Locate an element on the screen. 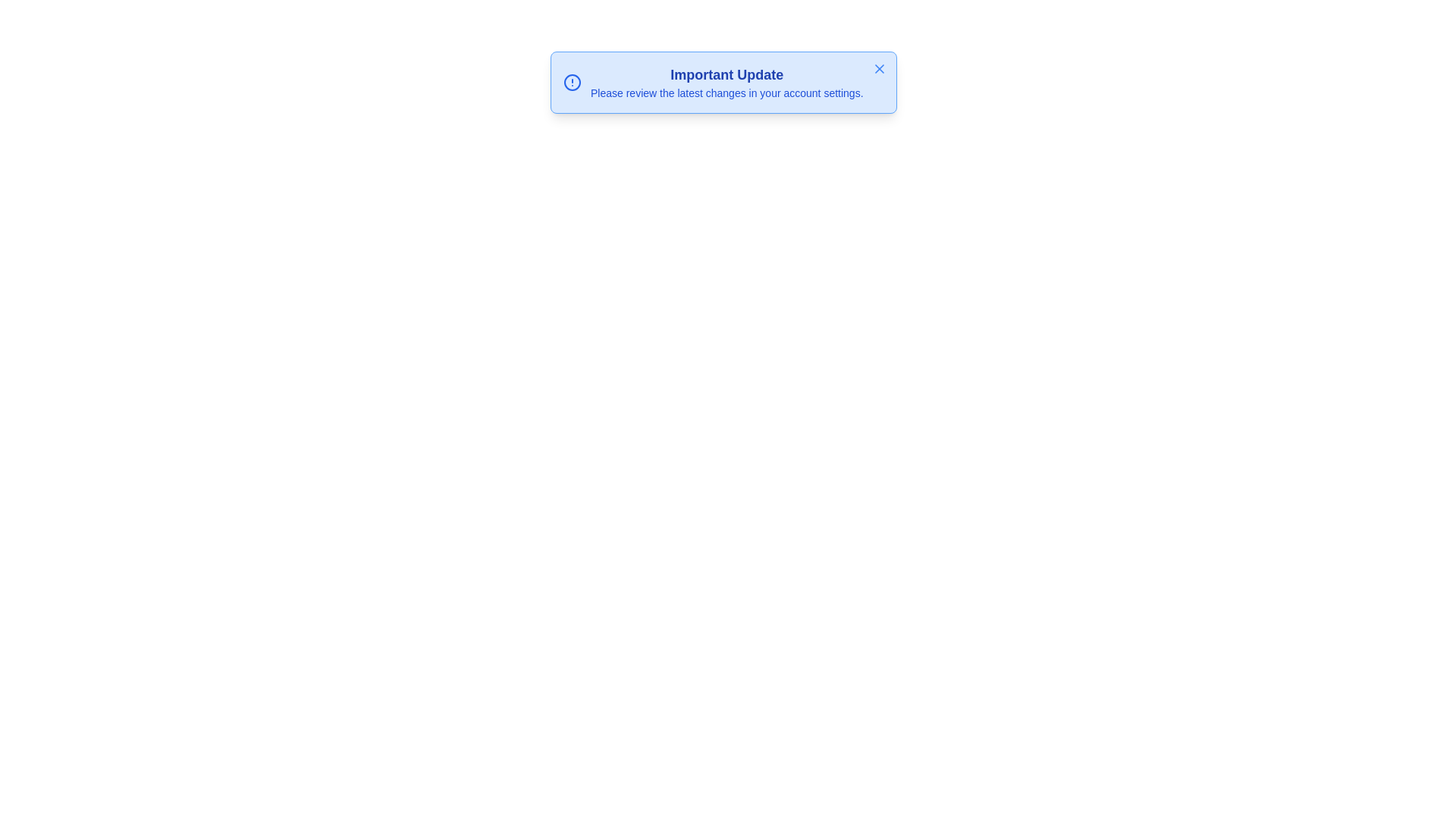 The height and width of the screenshot is (819, 1456). the decorative circular outline graphic element located in the notification panel, adjacent to the 'Important Update' text is located at coordinates (571, 82).